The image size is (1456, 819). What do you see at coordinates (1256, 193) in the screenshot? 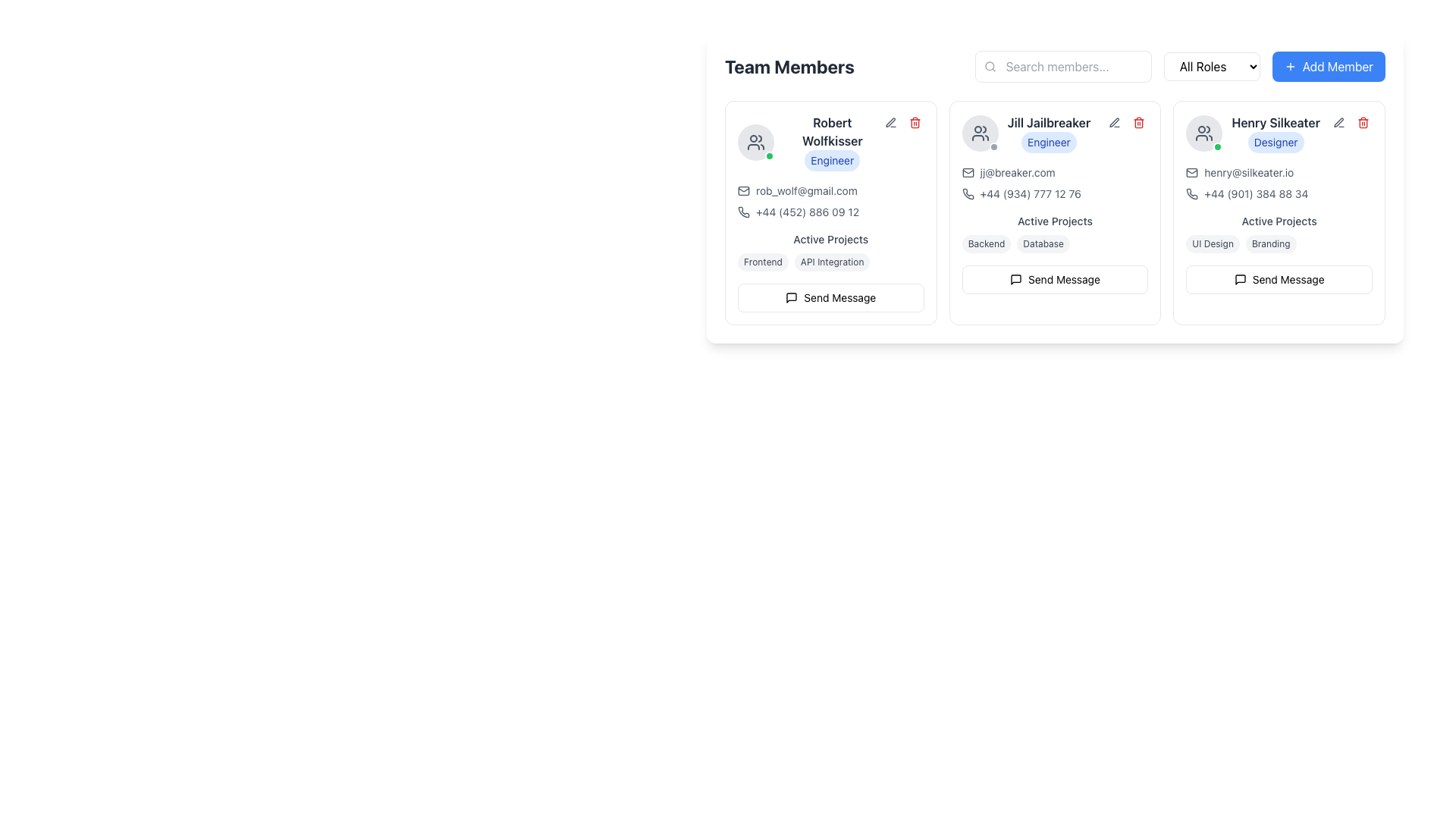
I see `the phone number text element displaying '+44 (901) 384 88 34' within the profile card for 'Henry Silkeater'` at bounding box center [1256, 193].